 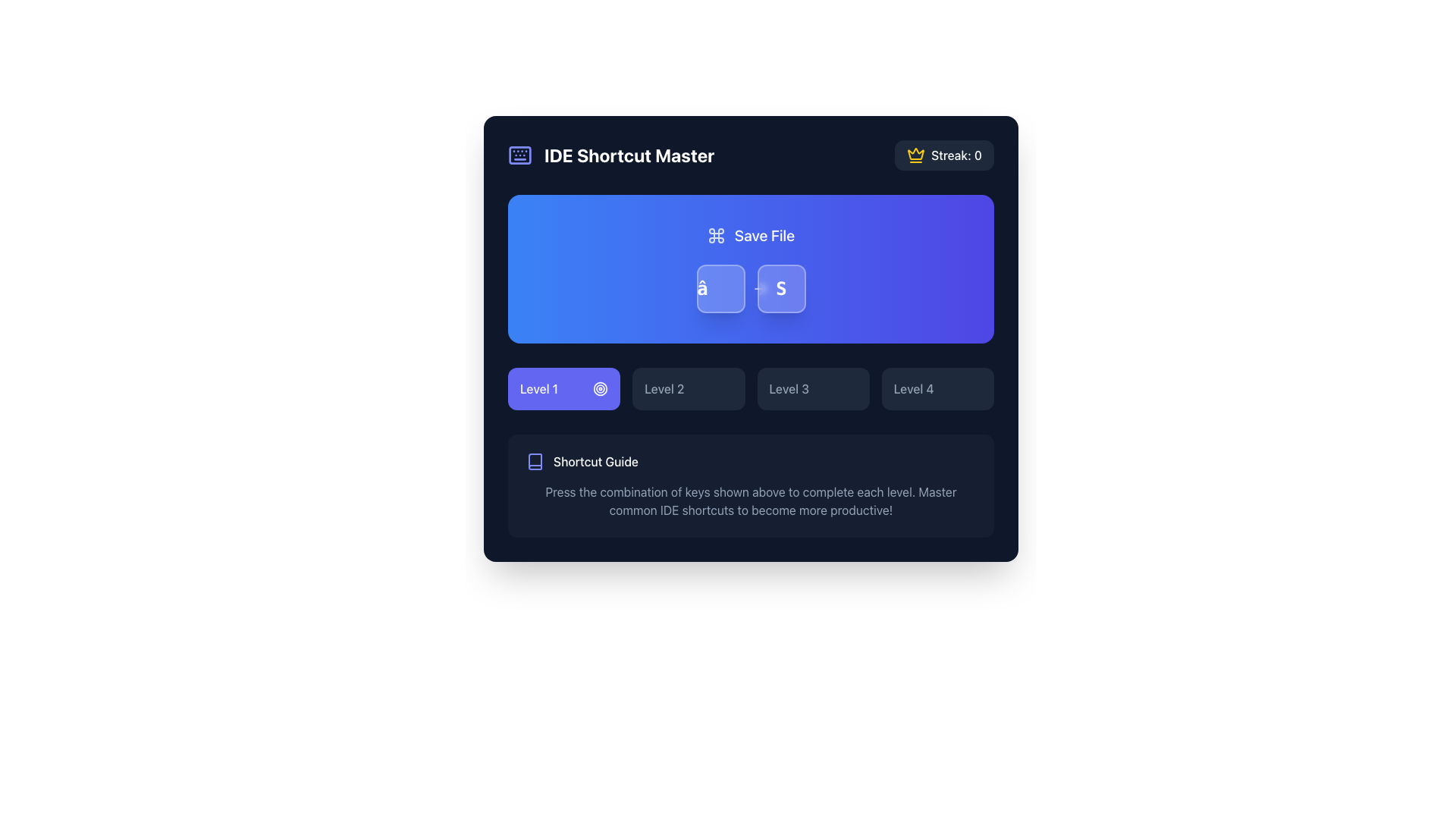 What do you see at coordinates (943, 155) in the screenshot?
I see `the 'Streak: 0' text element, which is accompanied by a yellow crown icon` at bounding box center [943, 155].